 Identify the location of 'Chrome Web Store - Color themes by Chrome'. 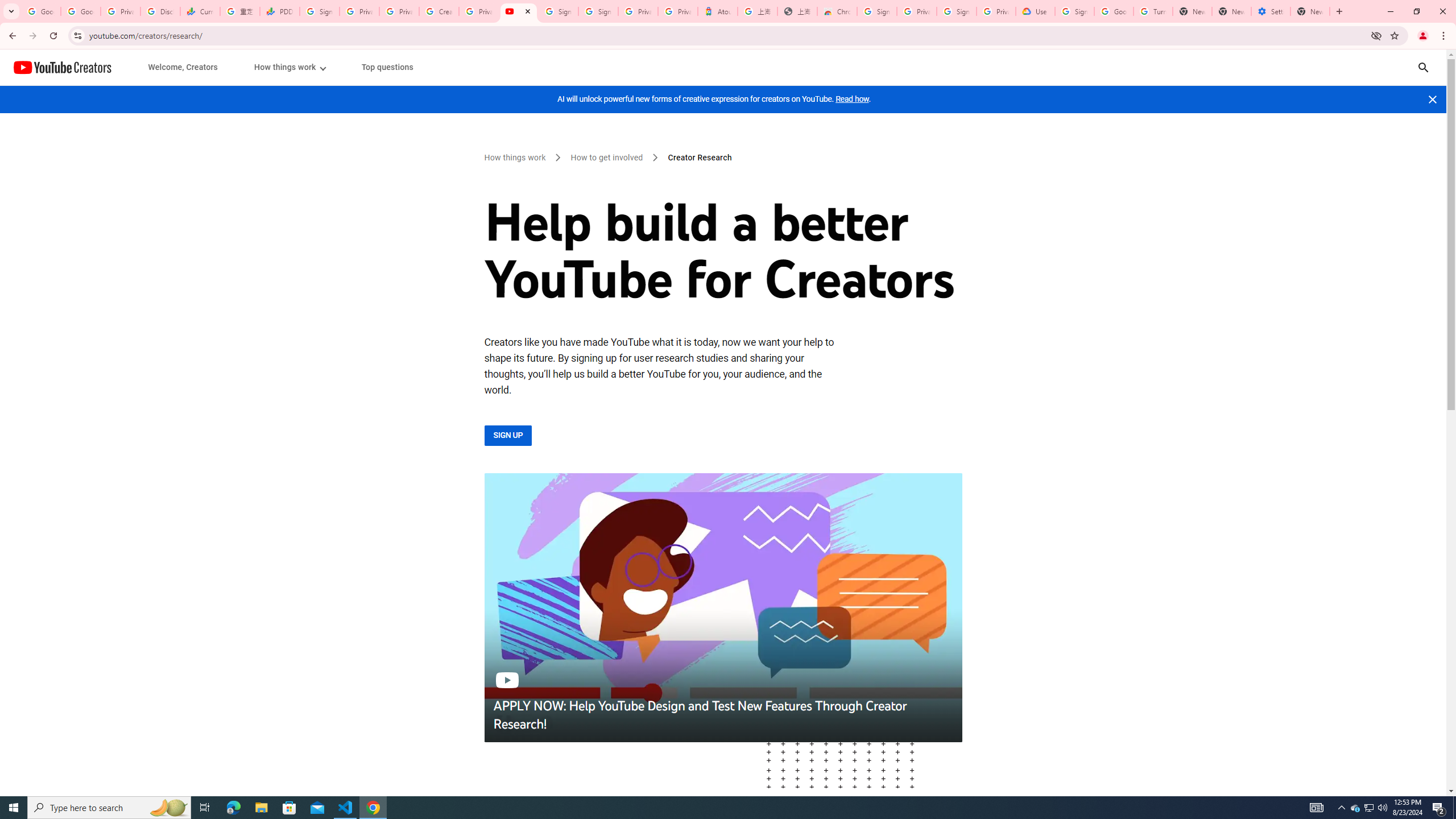
(837, 11).